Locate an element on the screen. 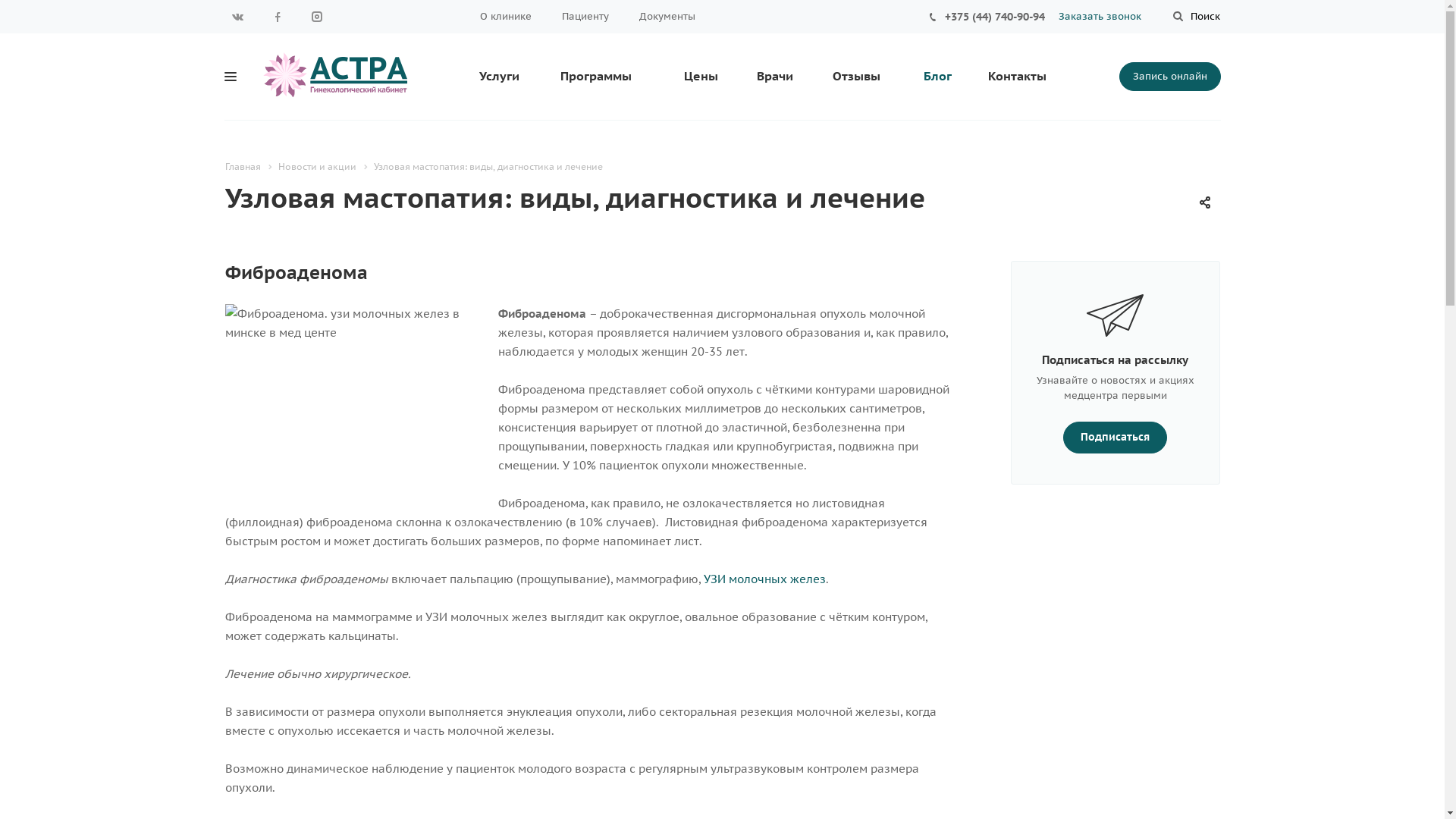 The image size is (1456, 819). '+375 (44) 740-90-94' is located at coordinates (944, 17).